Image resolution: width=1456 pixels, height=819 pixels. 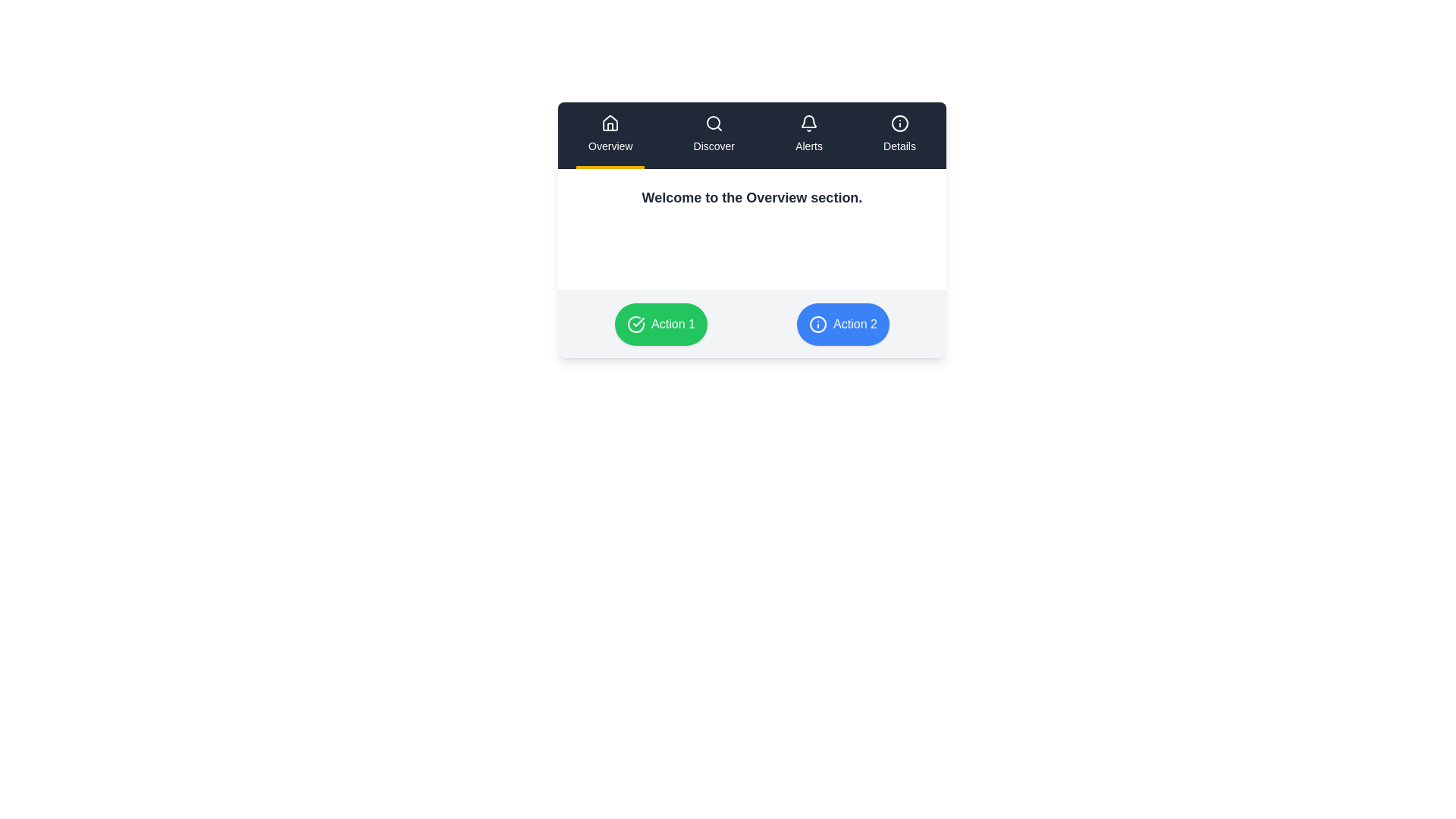 I want to click on the rounded rectangular button with a blue background and white text reading 'Action 2', so click(x=843, y=324).